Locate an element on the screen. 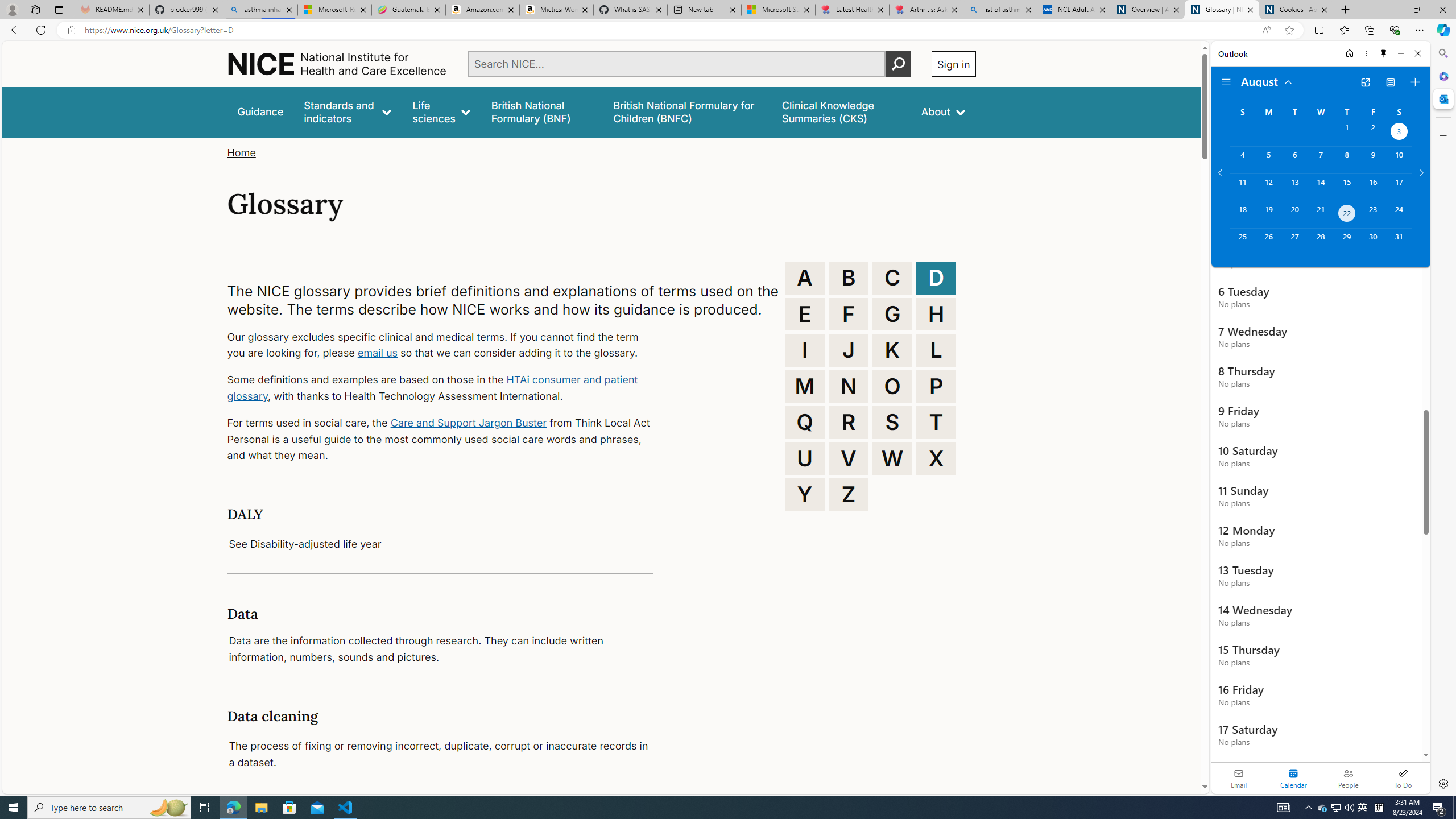  'Glossary | NICE' is located at coordinates (1222, 9).